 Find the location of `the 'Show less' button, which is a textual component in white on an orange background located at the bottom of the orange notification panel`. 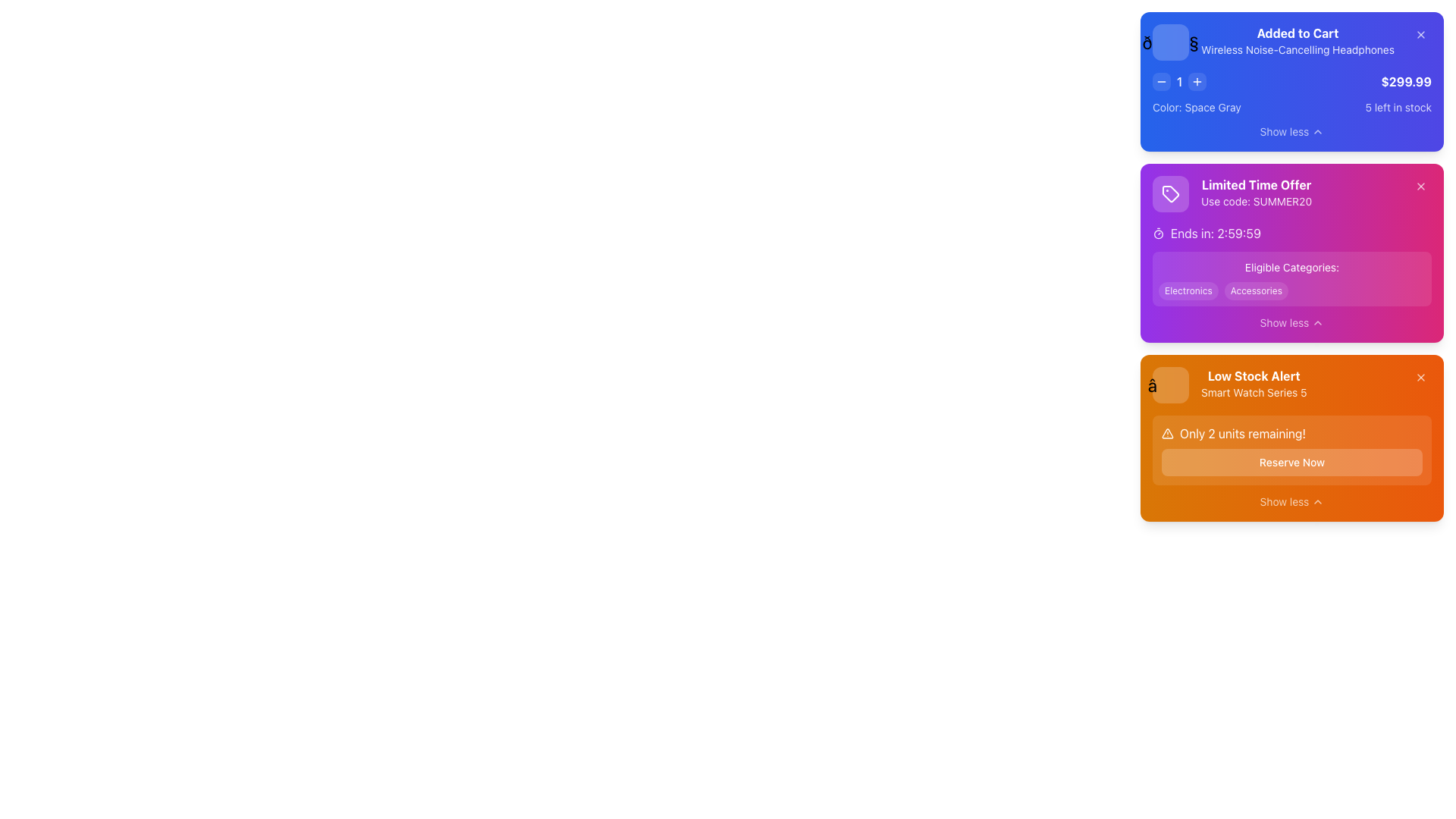

the 'Show less' button, which is a textual component in white on an orange background located at the bottom of the orange notification panel is located at coordinates (1284, 502).